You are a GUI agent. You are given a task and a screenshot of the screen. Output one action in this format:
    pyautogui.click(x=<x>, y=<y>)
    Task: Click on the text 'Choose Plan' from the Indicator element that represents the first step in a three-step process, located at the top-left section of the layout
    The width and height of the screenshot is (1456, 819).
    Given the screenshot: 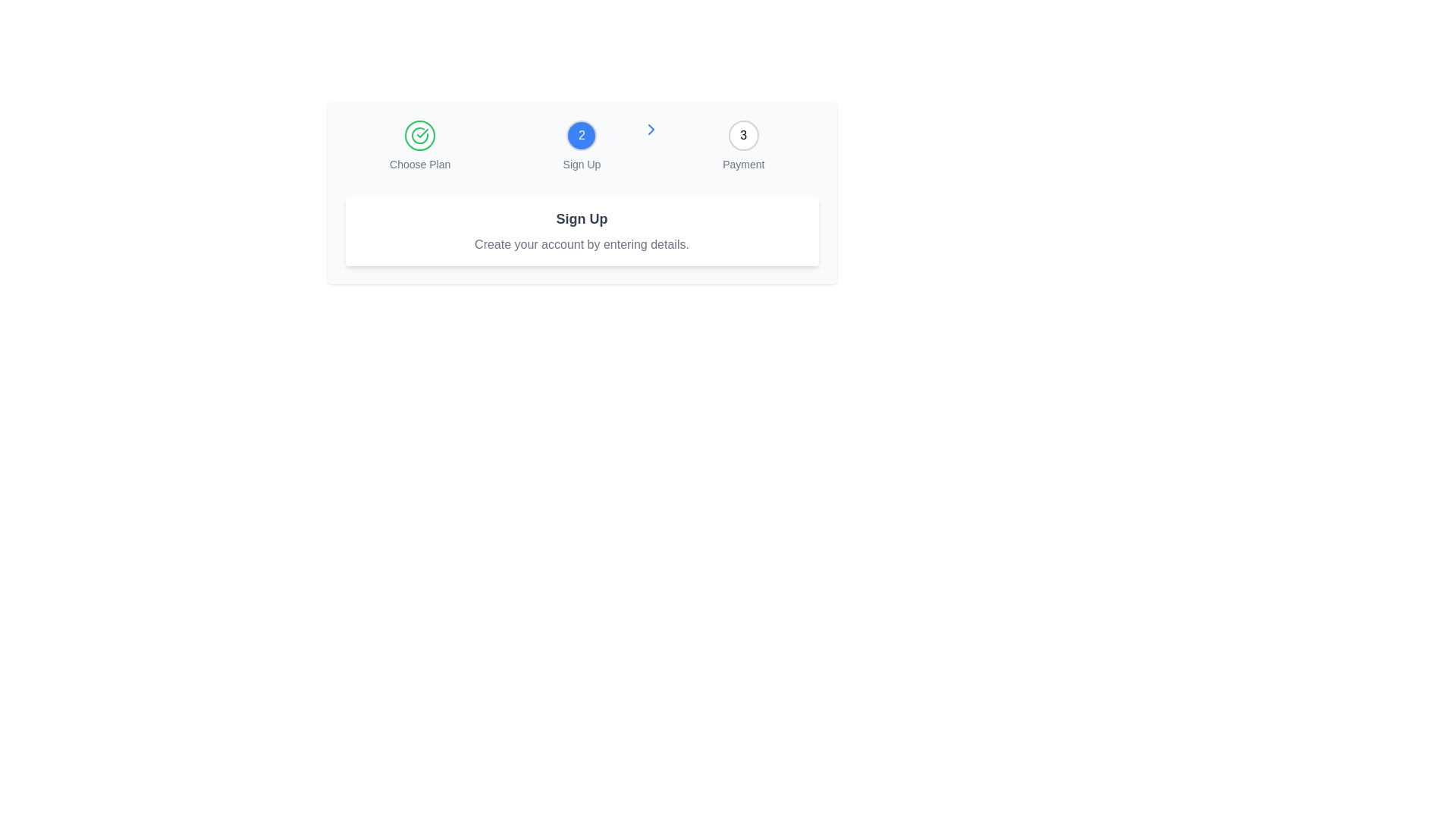 What is the action you would take?
    pyautogui.click(x=419, y=146)
    